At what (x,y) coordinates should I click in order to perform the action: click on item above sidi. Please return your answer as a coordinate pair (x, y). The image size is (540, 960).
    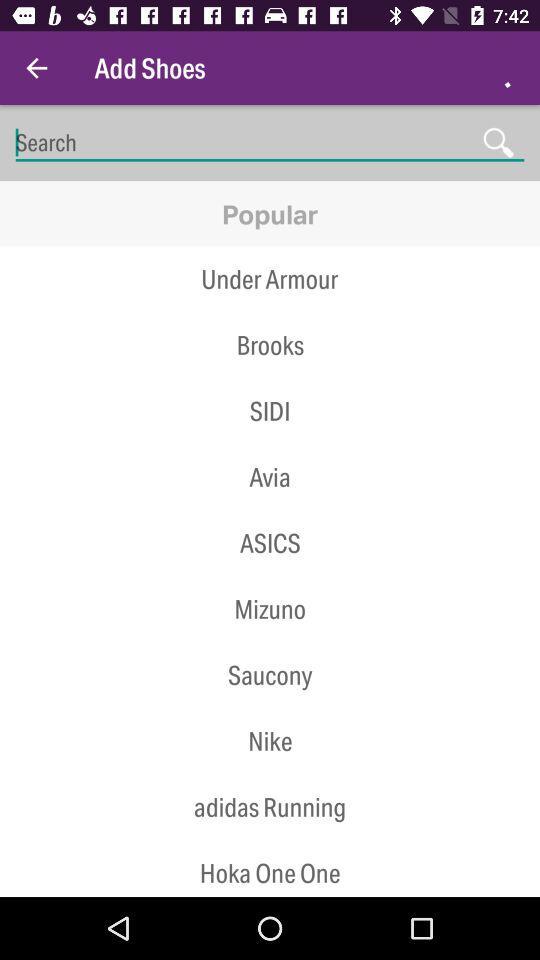
    Looking at the image, I should click on (270, 377).